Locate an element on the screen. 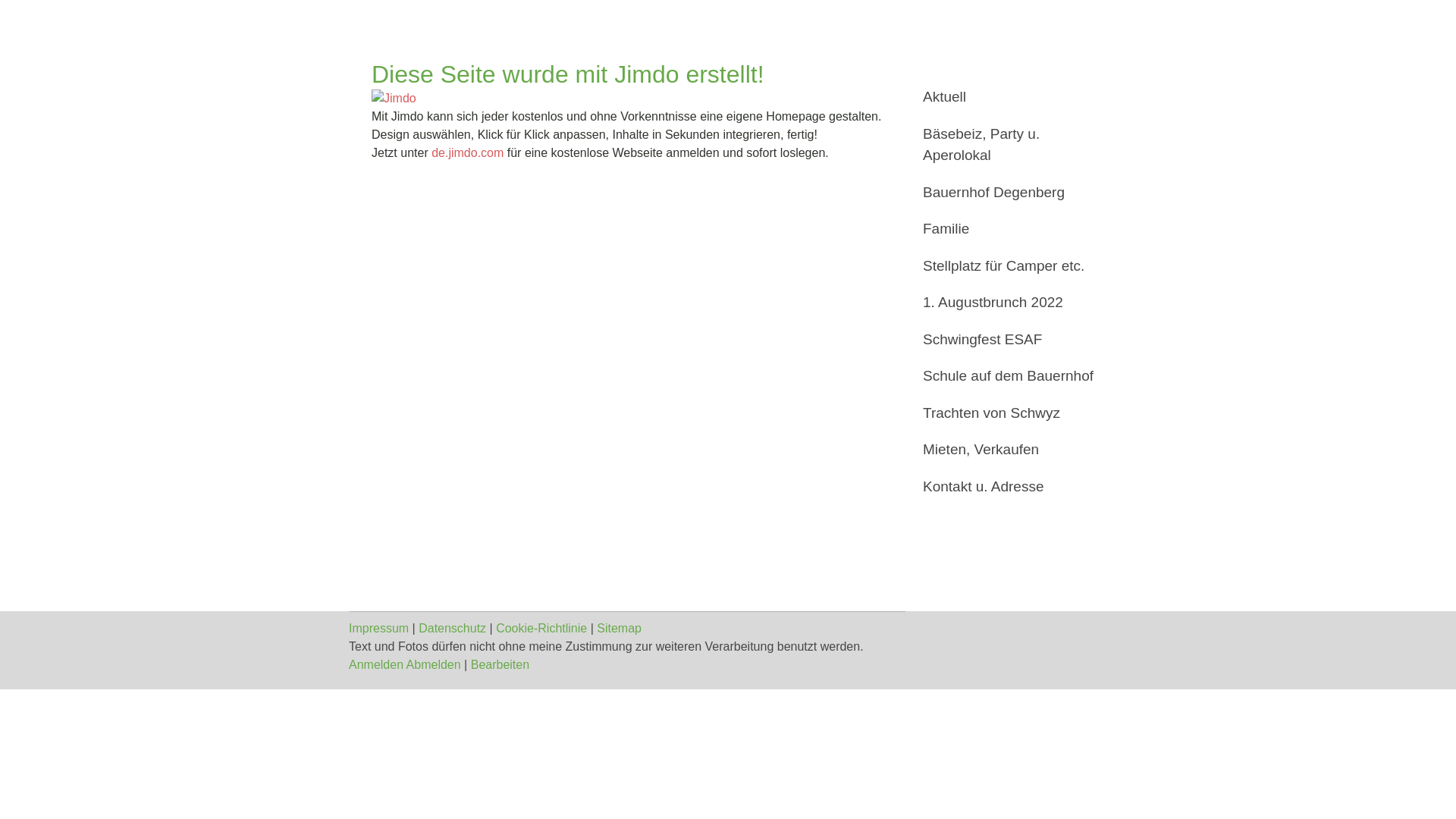  'Datenschutz' is located at coordinates (419, 628).